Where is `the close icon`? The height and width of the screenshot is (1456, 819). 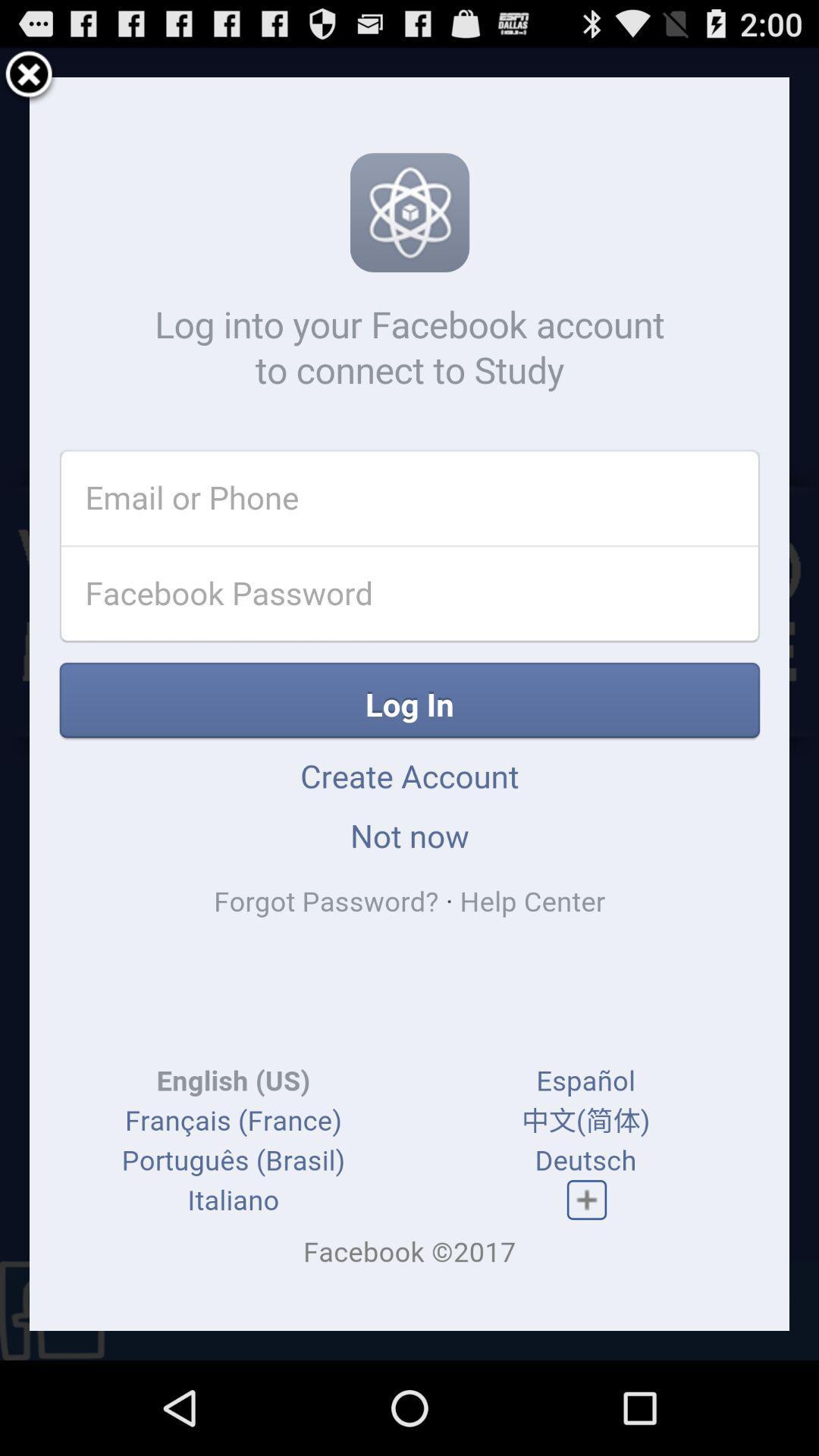
the close icon is located at coordinates (29, 81).